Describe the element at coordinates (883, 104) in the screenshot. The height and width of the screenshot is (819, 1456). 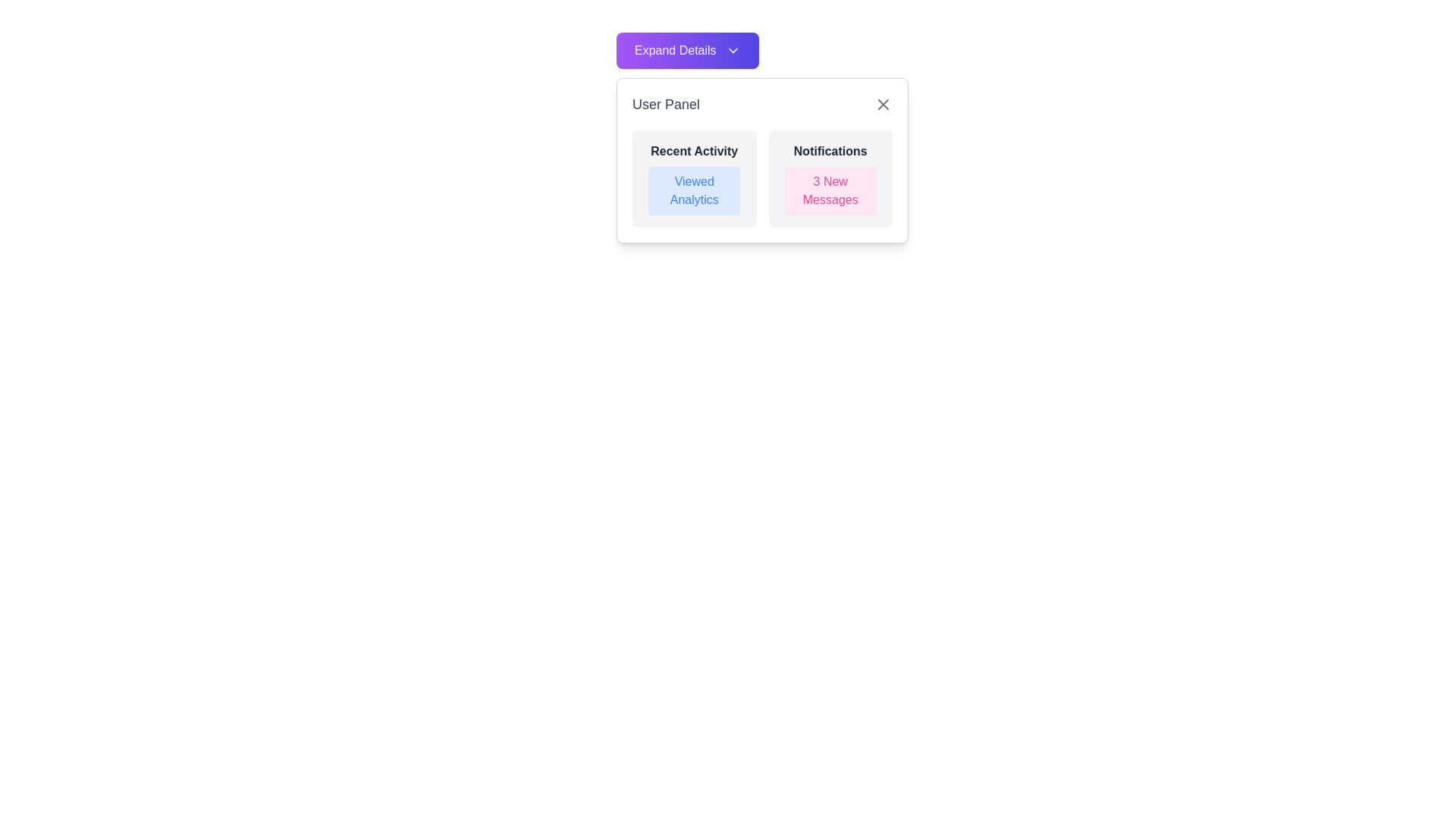
I see `the graphical icon located at the top-right corner of the User Panel card` at that location.